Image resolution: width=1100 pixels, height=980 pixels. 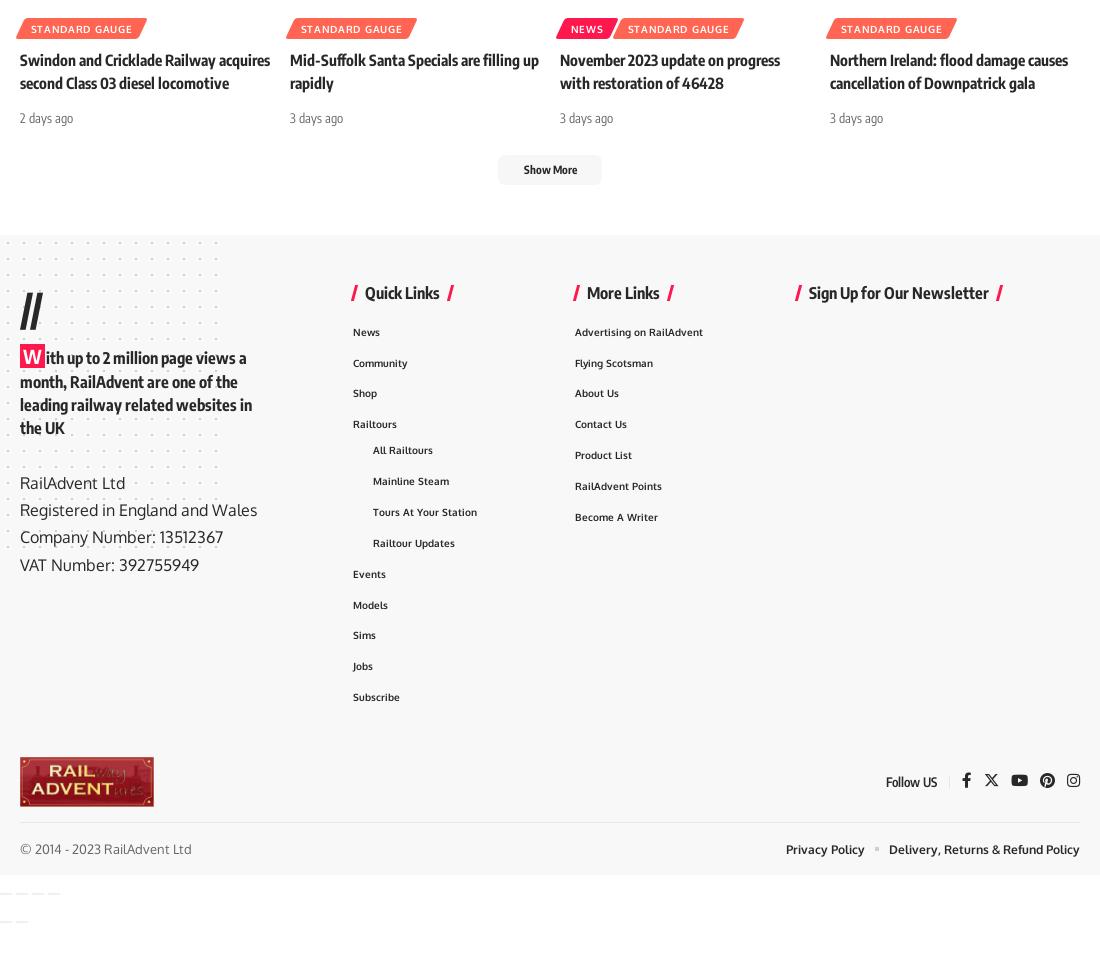 What do you see at coordinates (121, 573) in the screenshot?
I see `'Company Number: 13512367'` at bounding box center [121, 573].